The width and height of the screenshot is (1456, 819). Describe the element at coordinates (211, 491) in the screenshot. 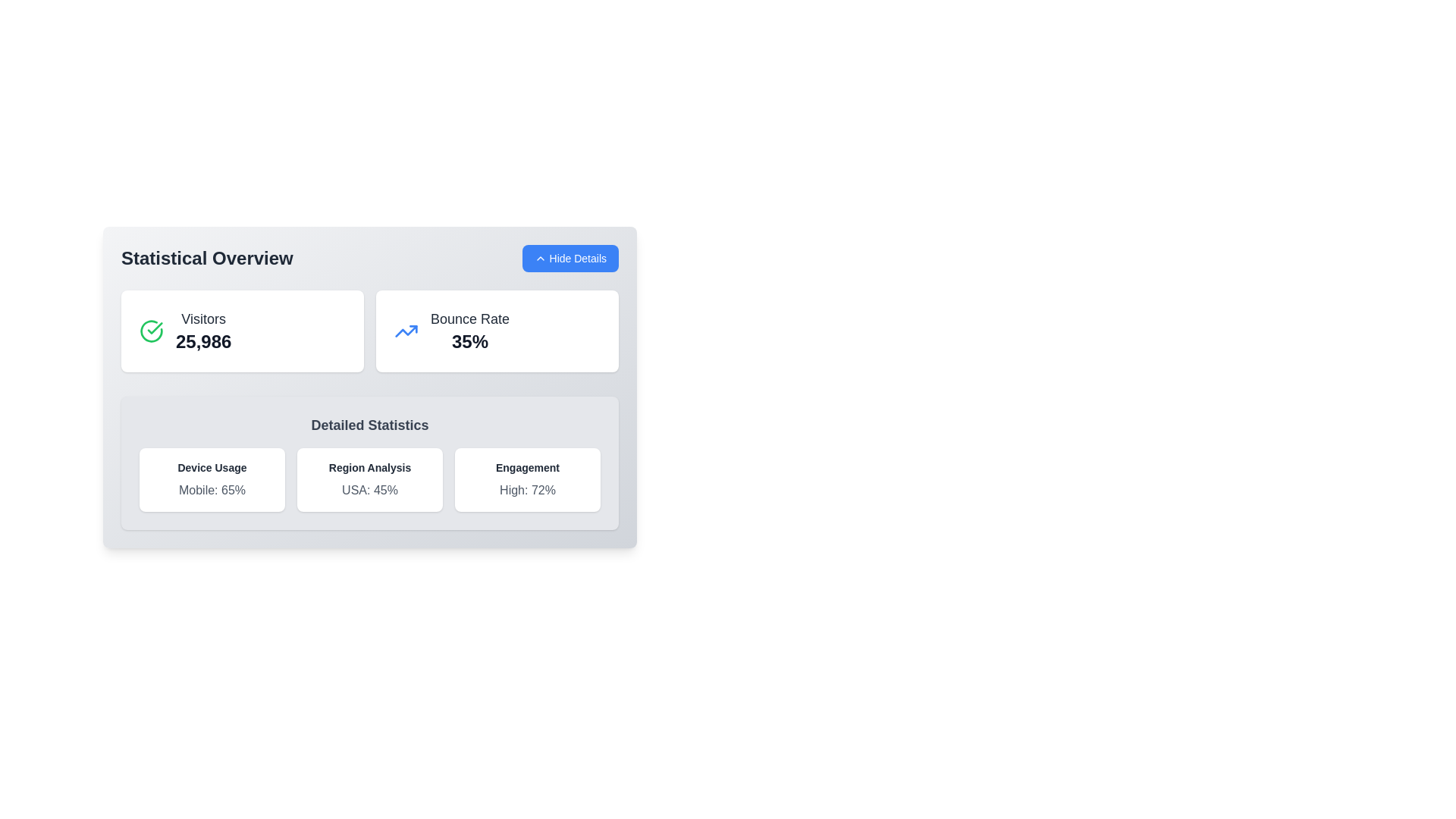

I see `the Text Label that displays the device usage percentage (65% for mobile devices) located beneath the 'Device Usage' header in the 'Device Usage' section of the 'Detailed Statistics' panel` at that location.